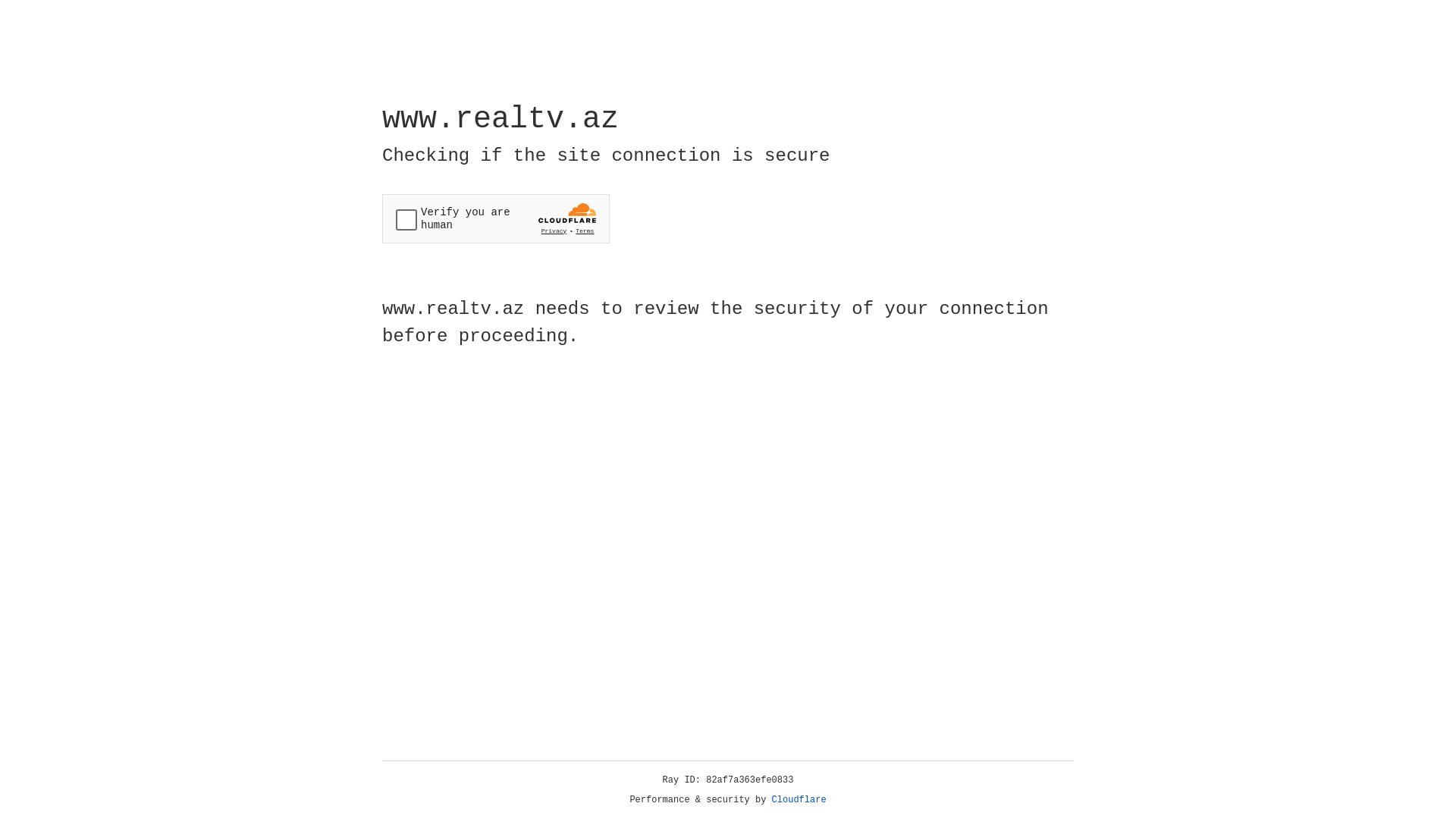 This screenshot has width=1456, height=819. What do you see at coordinates (495, 218) in the screenshot?
I see `'Widget containing a Cloudflare security challenge'` at bounding box center [495, 218].